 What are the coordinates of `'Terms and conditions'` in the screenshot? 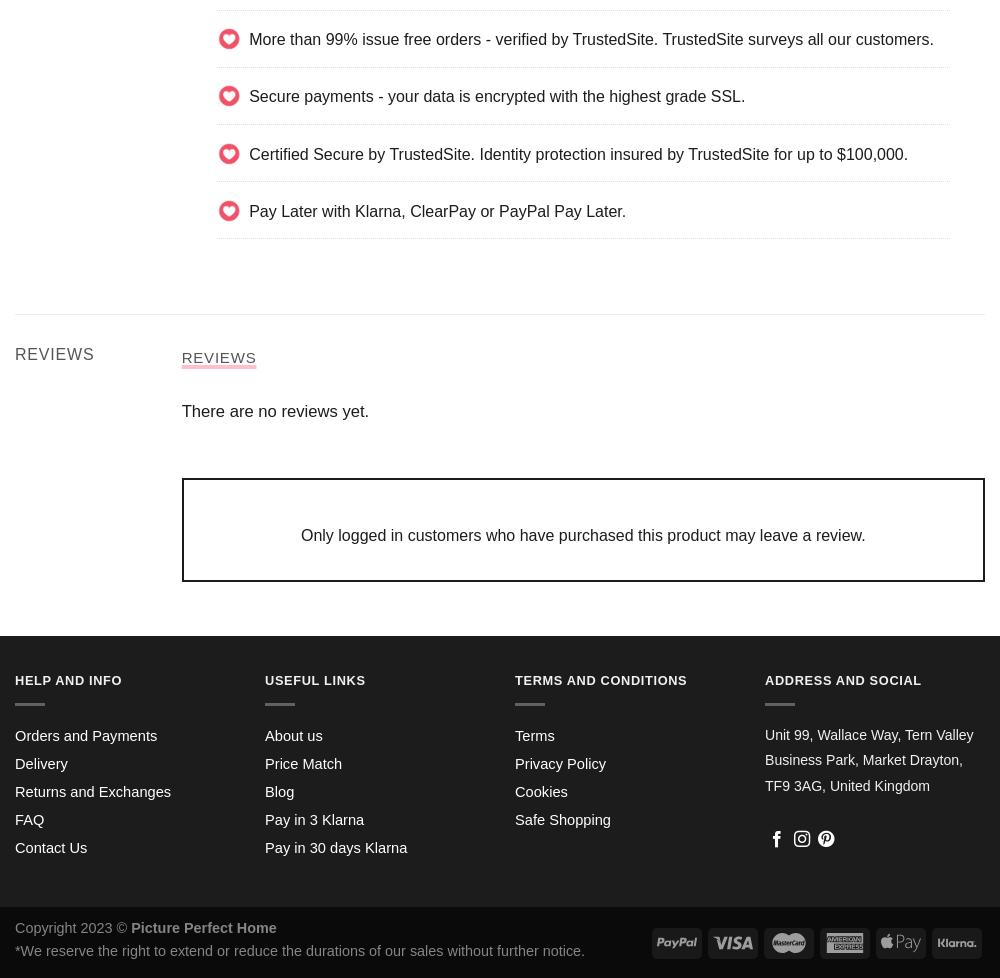 It's located at (600, 679).